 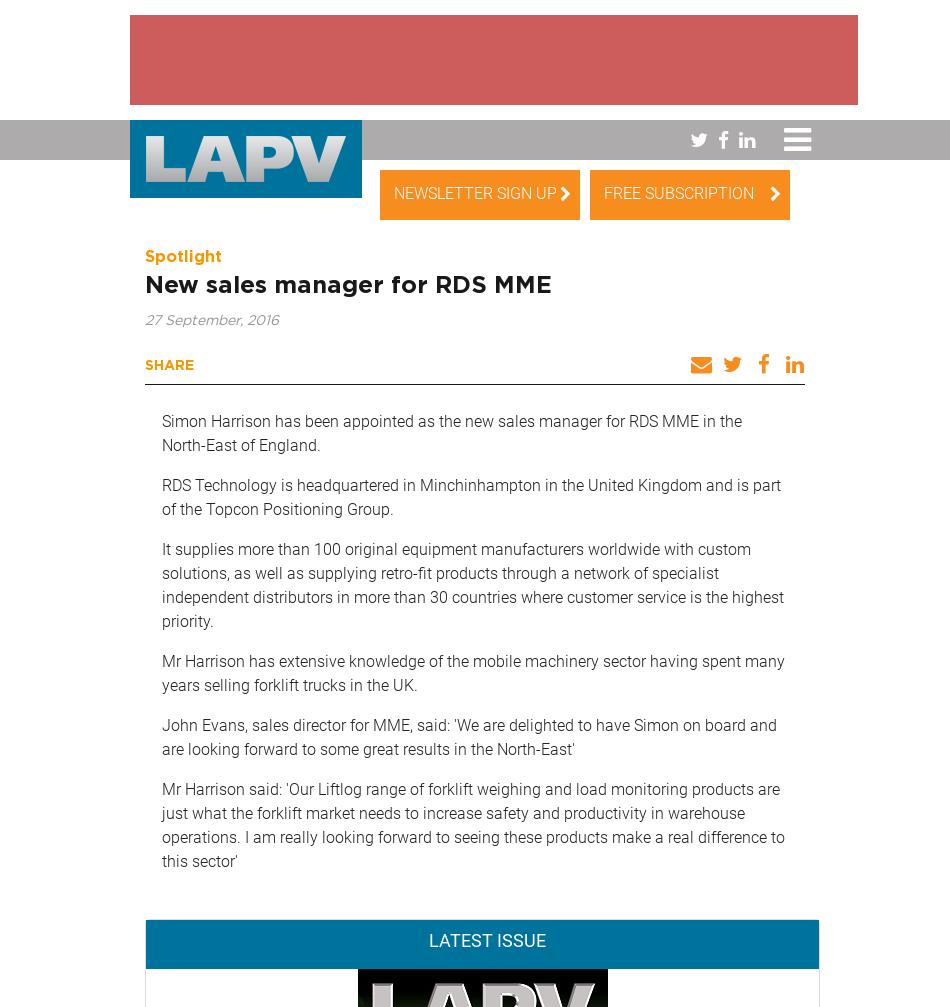 I want to click on 'Spotlight', so click(x=144, y=256).